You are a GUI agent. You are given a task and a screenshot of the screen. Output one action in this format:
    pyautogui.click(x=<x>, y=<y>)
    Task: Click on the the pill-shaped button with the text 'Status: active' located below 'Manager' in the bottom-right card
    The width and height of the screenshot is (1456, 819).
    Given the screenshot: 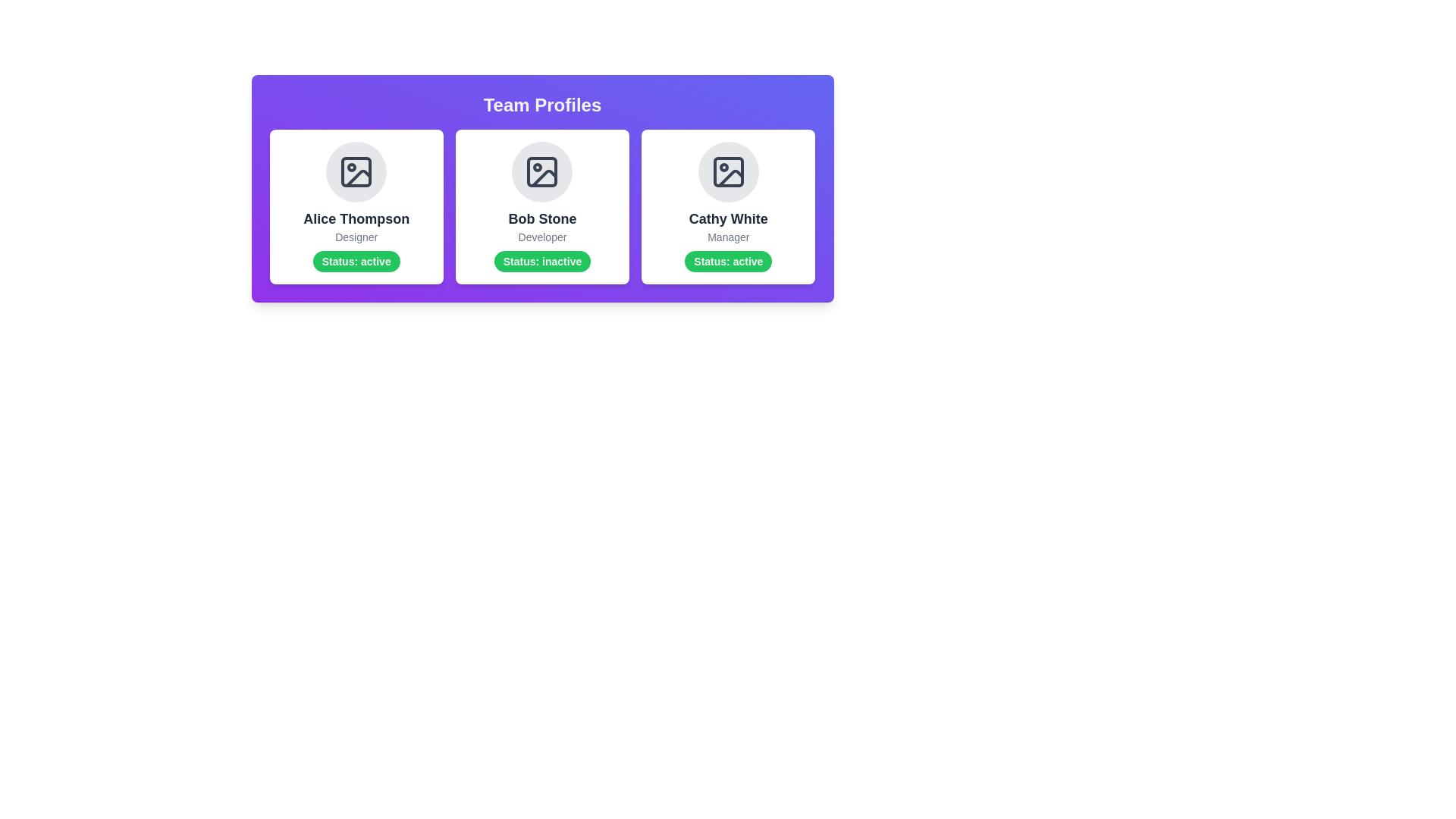 What is the action you would take?
    pyautogui.click(x=728, y=260)
    